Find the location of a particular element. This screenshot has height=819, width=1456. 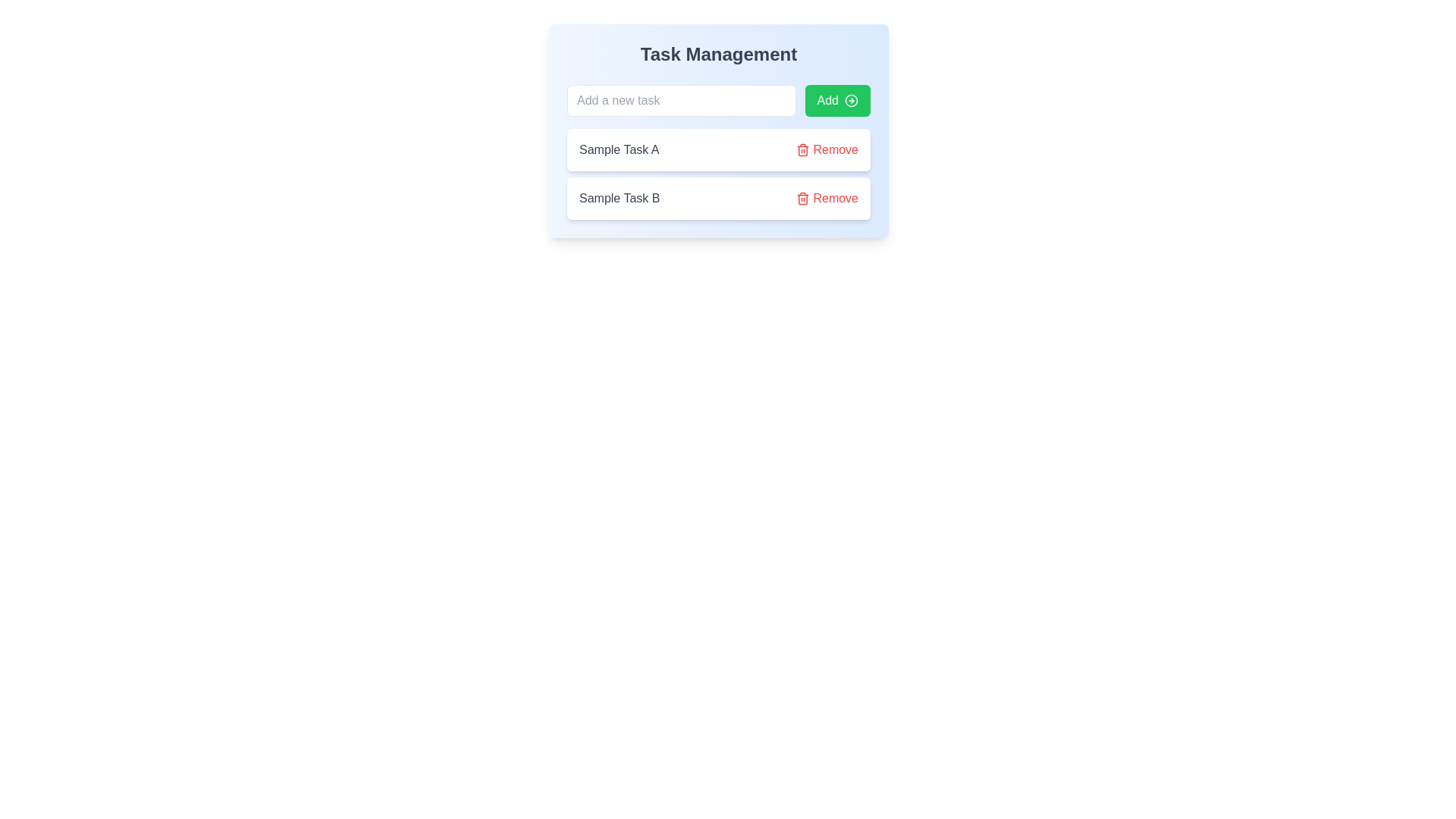

the button labeled for task-adding action located in the card section titled 'Task Management' for keyboard interaction is located at coordinates (827, 100).